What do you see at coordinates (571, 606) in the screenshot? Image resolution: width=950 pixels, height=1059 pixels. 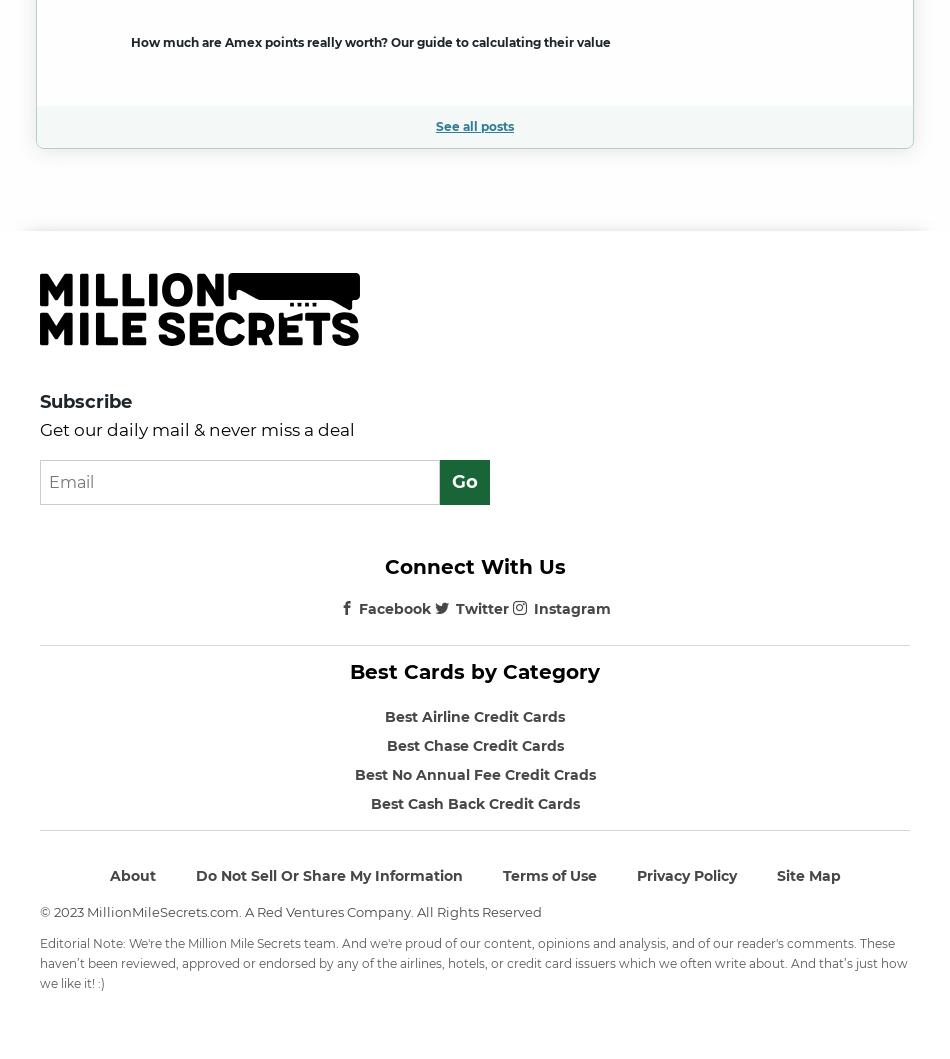 I see `'Instagram'` at bounding box center [571, 606].